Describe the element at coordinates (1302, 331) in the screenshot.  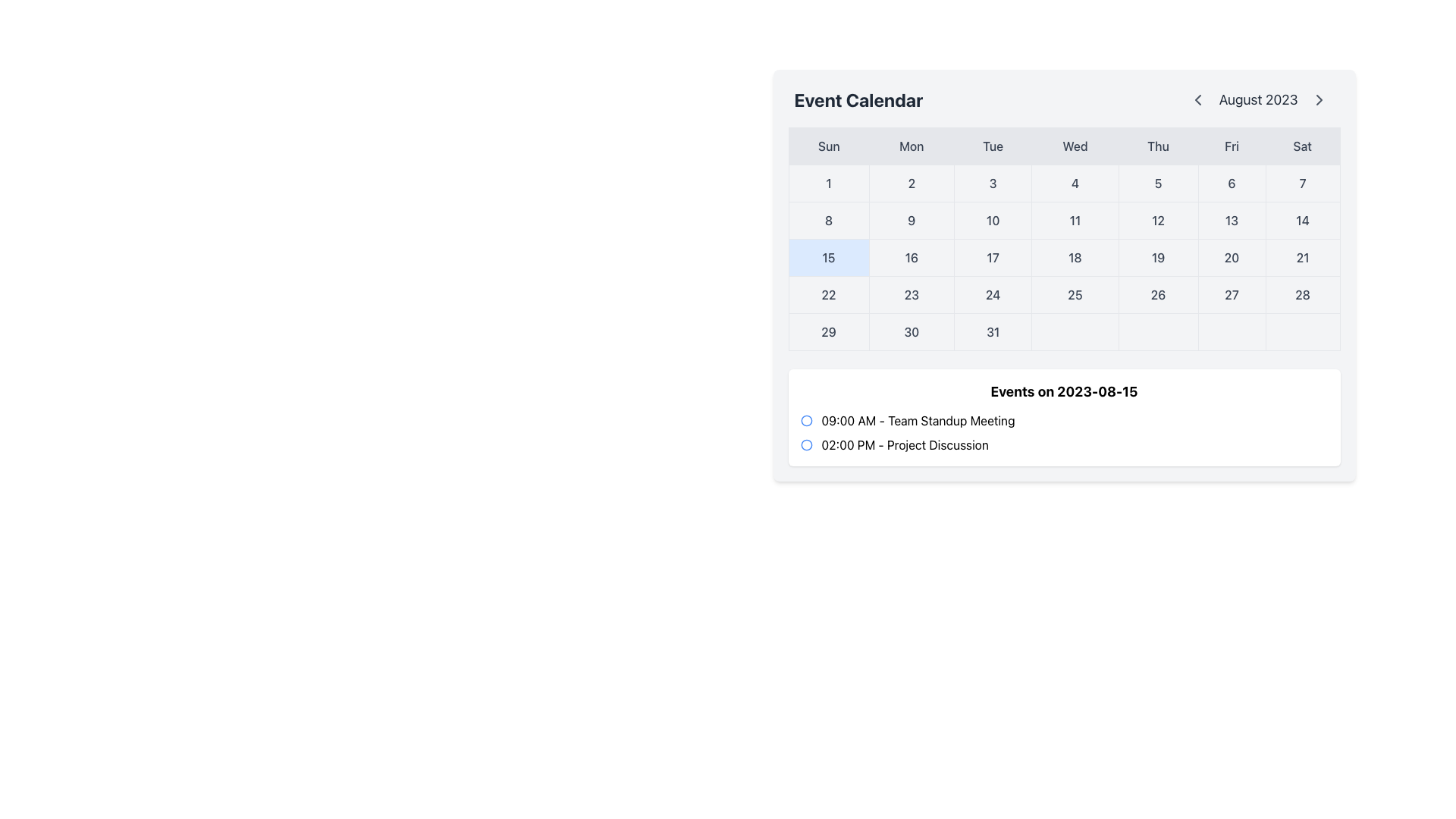
I see `the Interactive Indicator in the bottom-most row of the Saturday column` at that location.